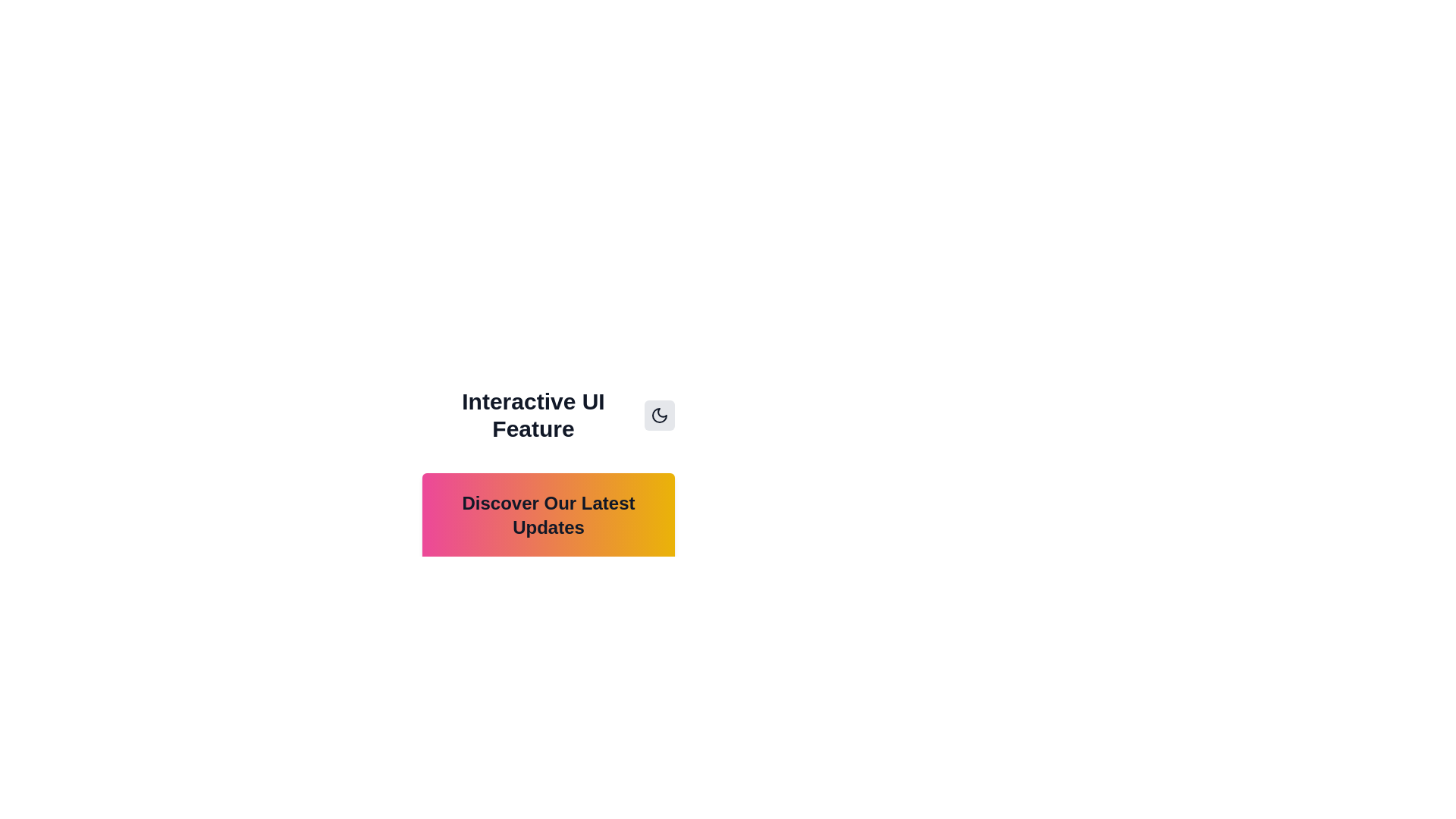 The width and height of the screenshot is (1456, 819). What do you see at coordinates (659, 415) in the screenshot?
I see `the toggle button for light and dark modes located to the right of the title text 'Interactive UI Feature' to change its background color` at bounding box center [659, 415].